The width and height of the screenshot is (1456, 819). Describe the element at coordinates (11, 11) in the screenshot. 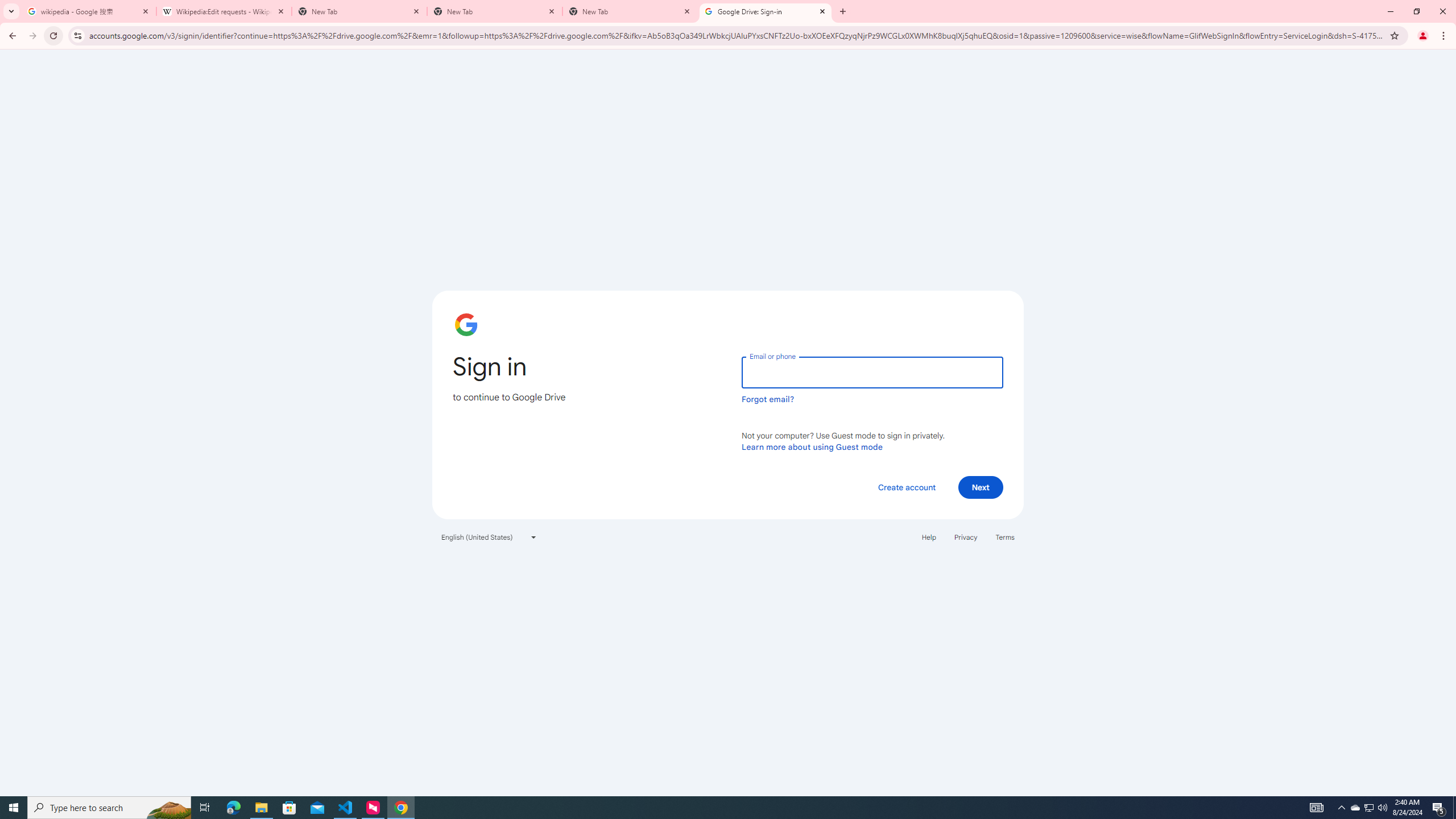

I see `'Search tabs'` at that location.